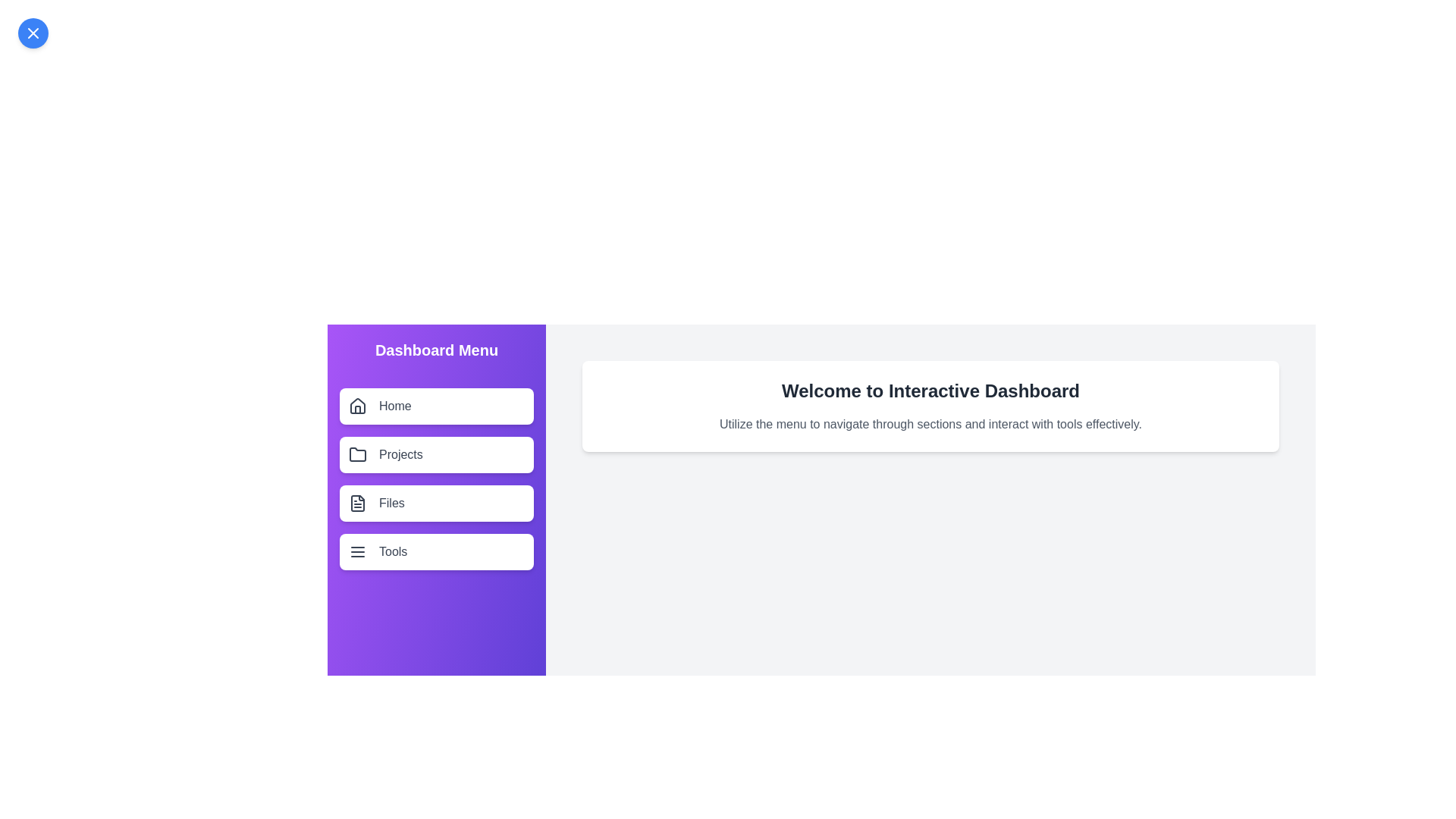 Image resolution: width=1456 pixels, height=819 pixels. Describe the element at coordinates (436, 552) in the screenshot. I see `the menu item labeled 'Tools' to observe visual feedback` at that location.